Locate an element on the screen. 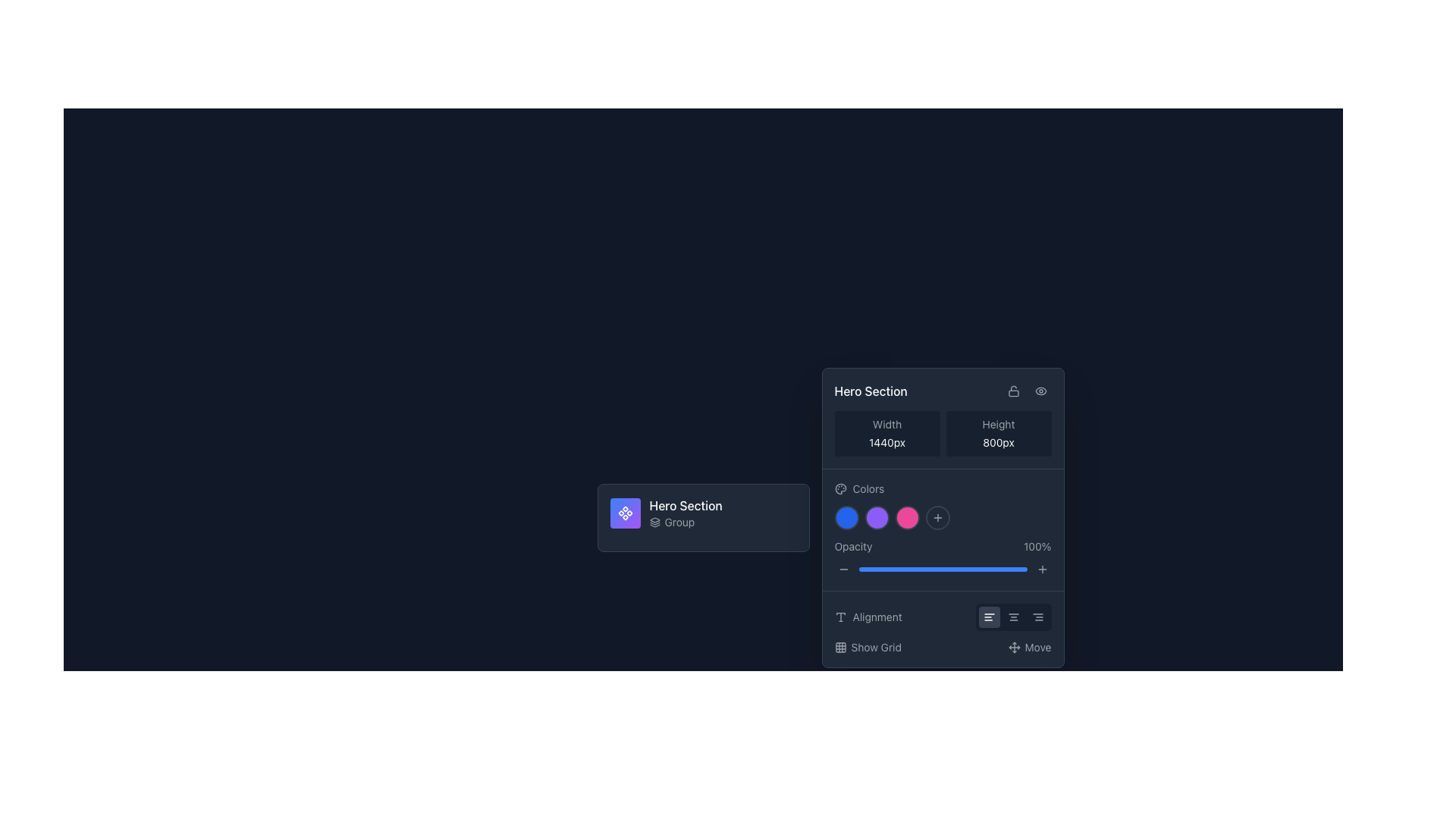  slider is located at coordinates (927, 570).